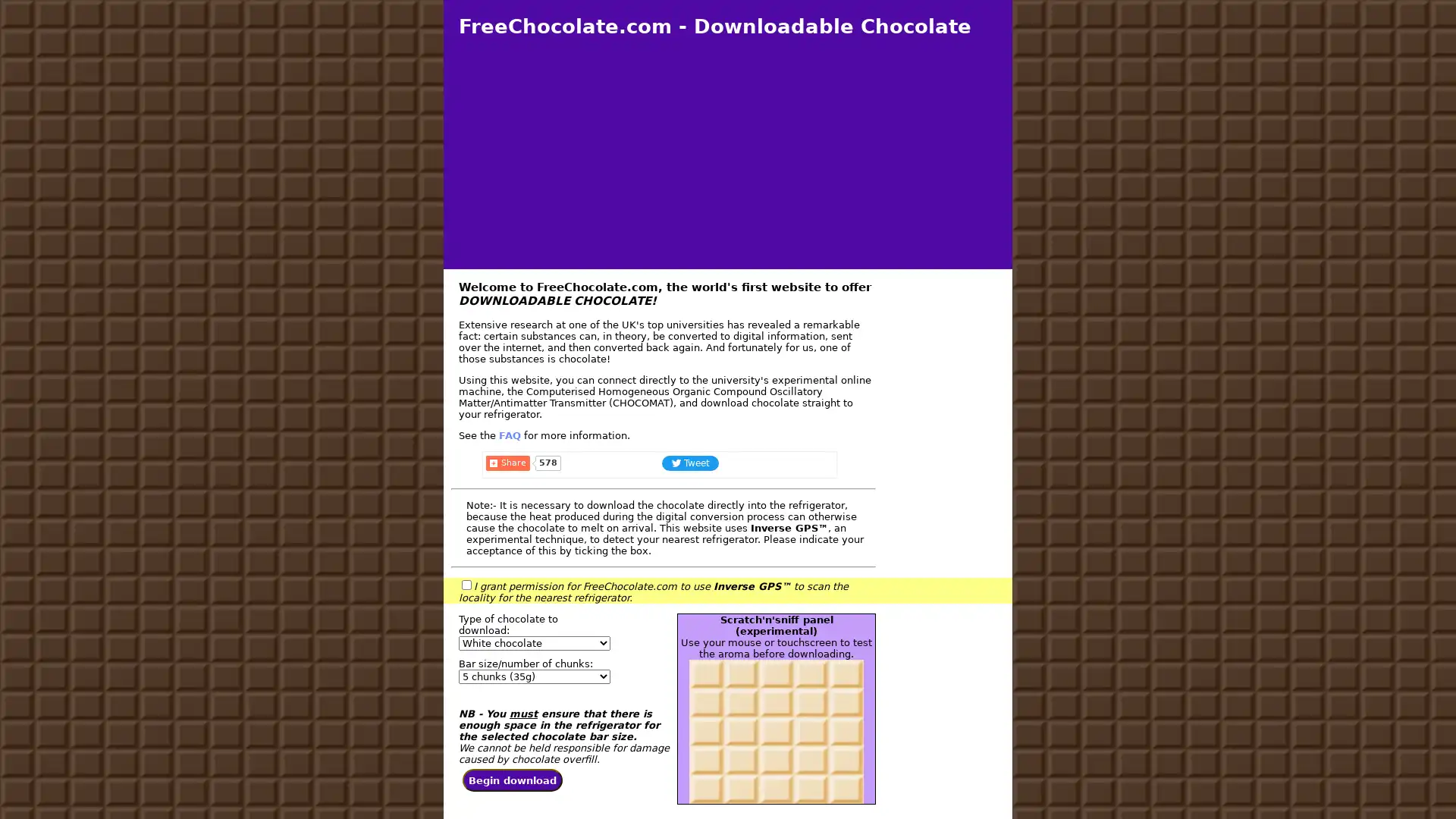  I want to click on Begin download, so click(513, 783).